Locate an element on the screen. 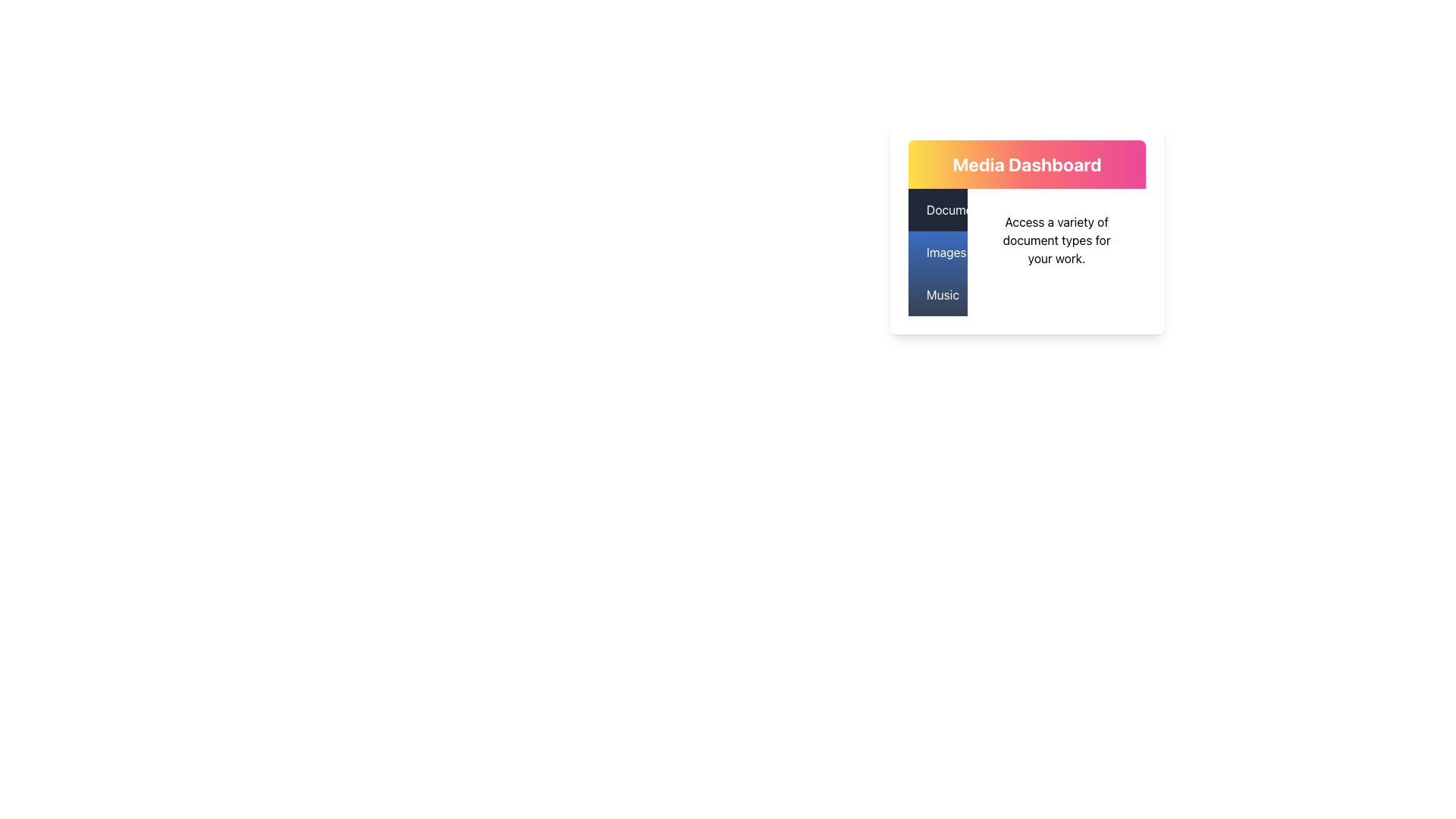 Image resolution: width=1456 pixels, height=819 pixels. the 'Music' text label with accompanying icon element, which has a dark blue background and white text, located at the bottom of the Media Dashboard section is located at coordinates (937, 295).